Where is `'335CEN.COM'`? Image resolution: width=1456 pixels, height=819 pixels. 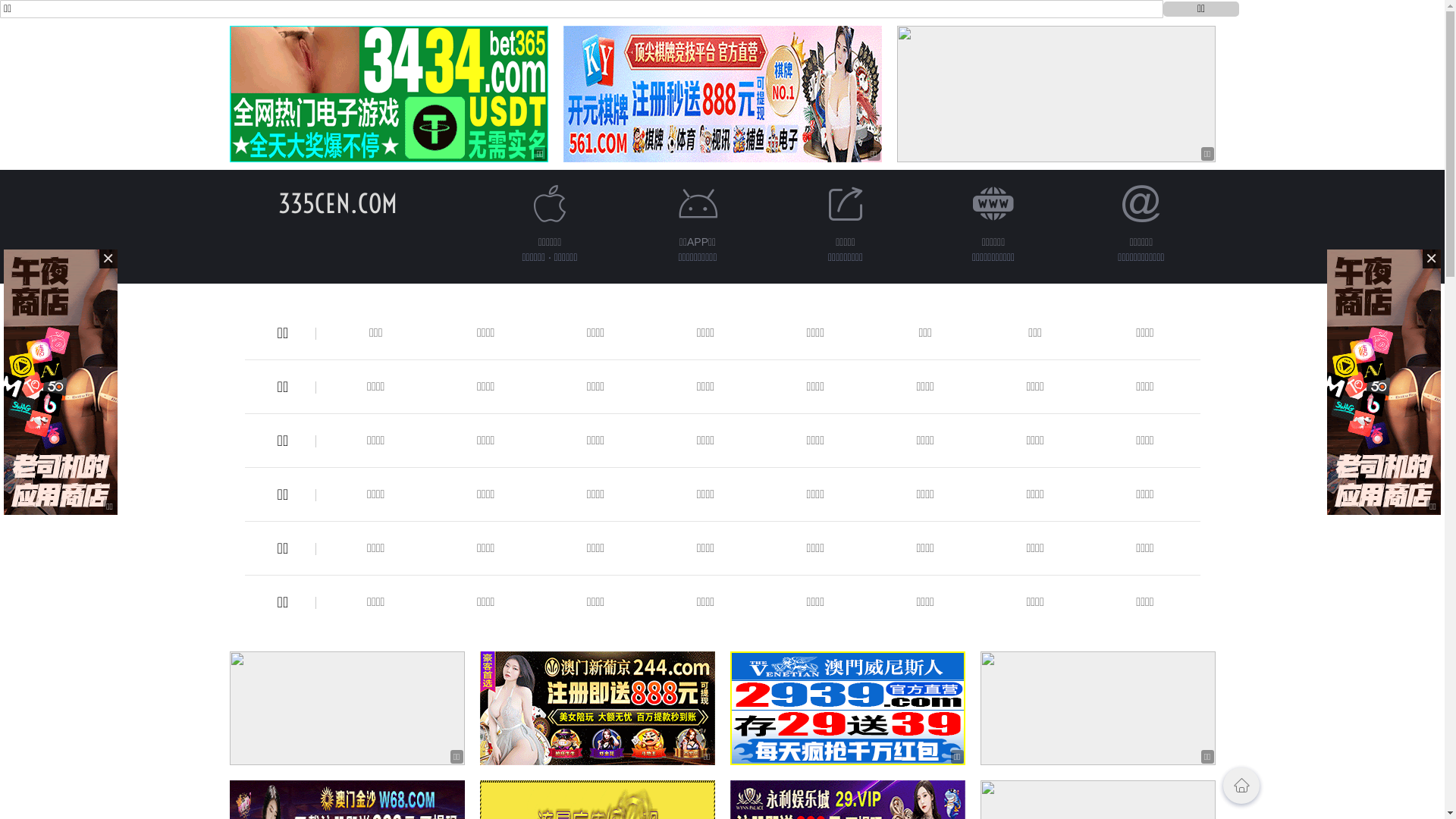 '335CEN.COM' is located at coordinates (337, 202).